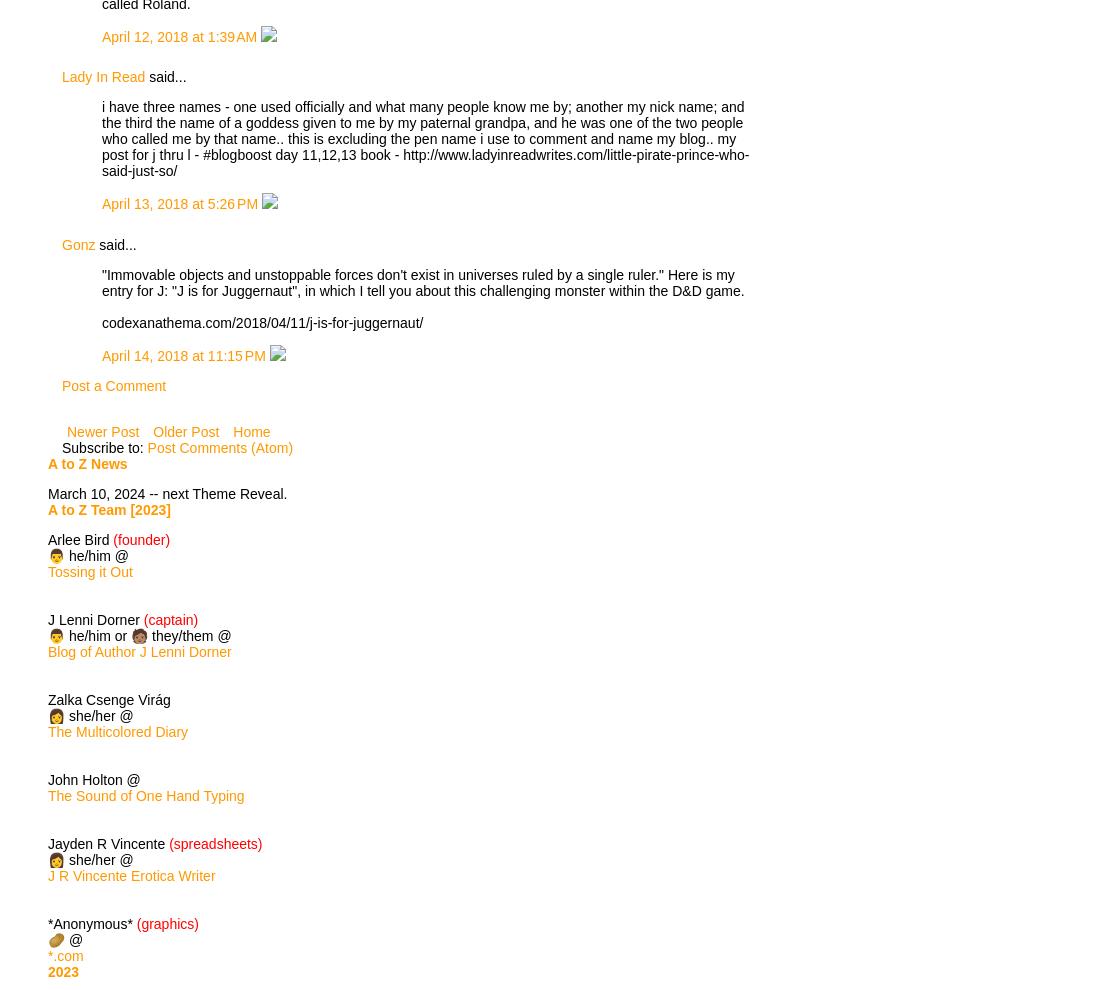 This screenshot has height=990, width=1098. What do you see at coordinates (92, 922) in the screenshot?
I see `'*Anonymous*'` at bounding box center [92, 922].